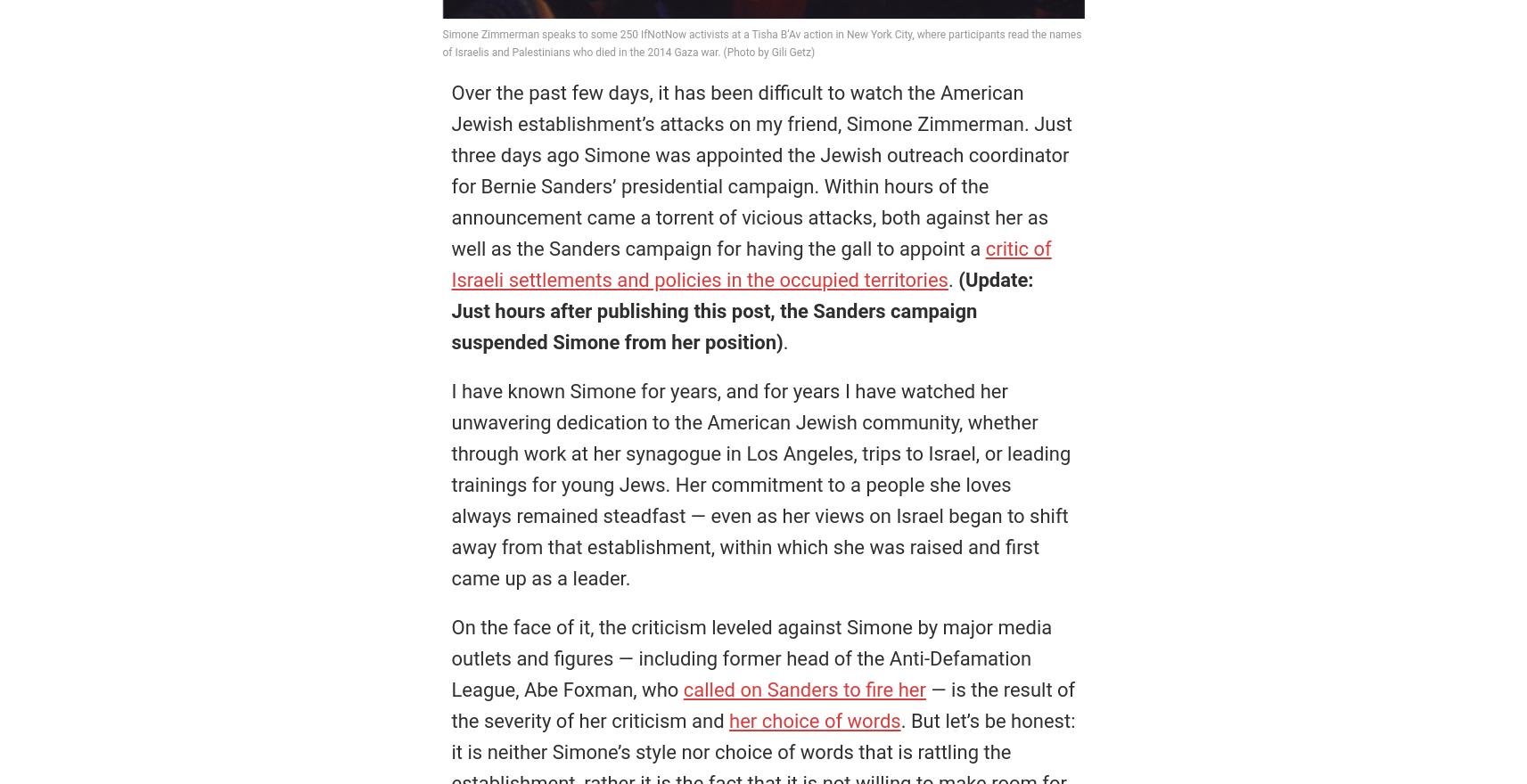 The height and width of the screenshot is (784, 1527). What do you see at coordinates (761, 706) in the screenshot?
I see `'— is the result of the severity of her criticism and'` at bounding box center [761, 706].